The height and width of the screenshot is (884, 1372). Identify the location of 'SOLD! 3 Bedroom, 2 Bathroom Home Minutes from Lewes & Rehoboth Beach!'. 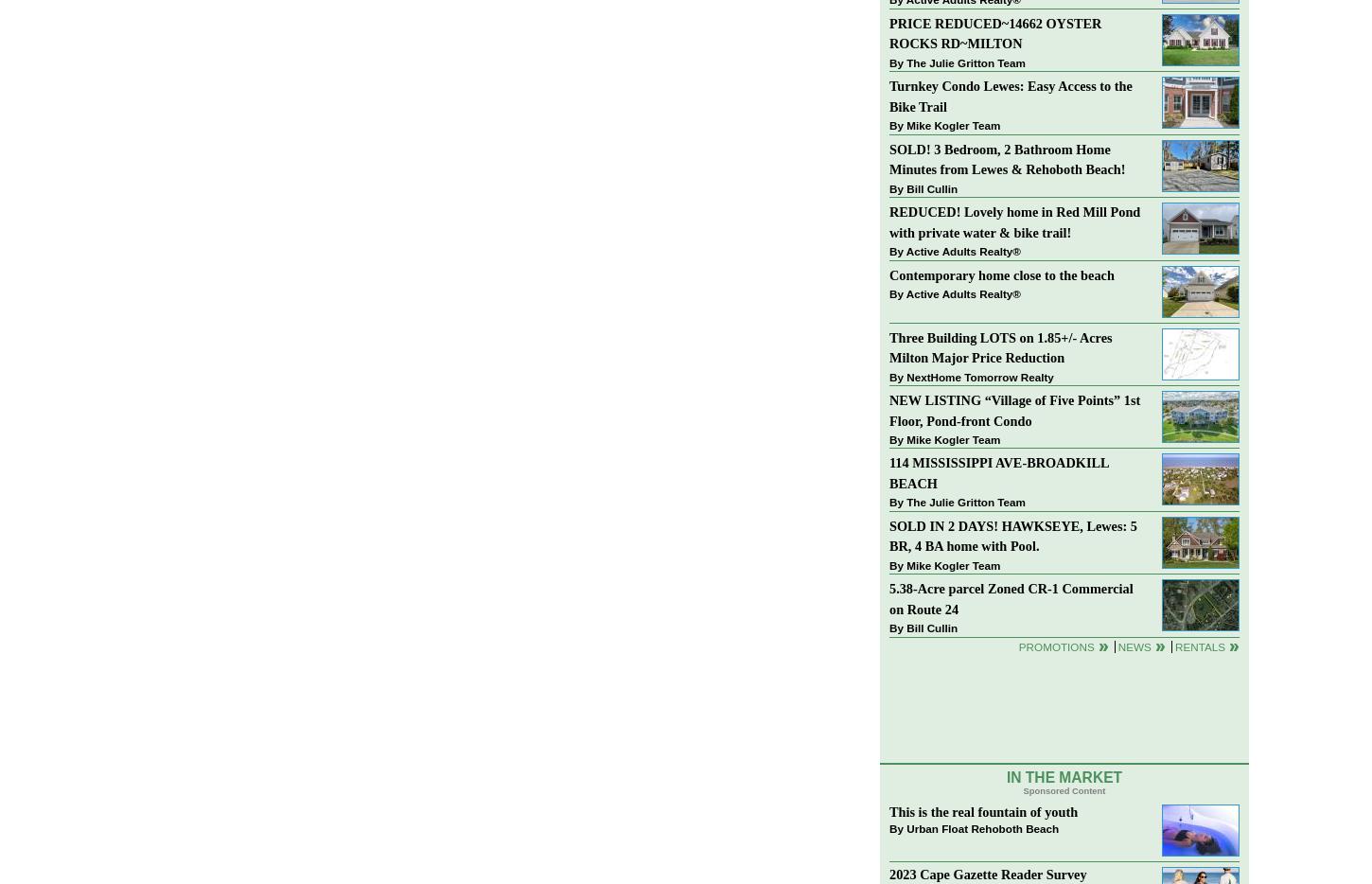
(1007, 159).